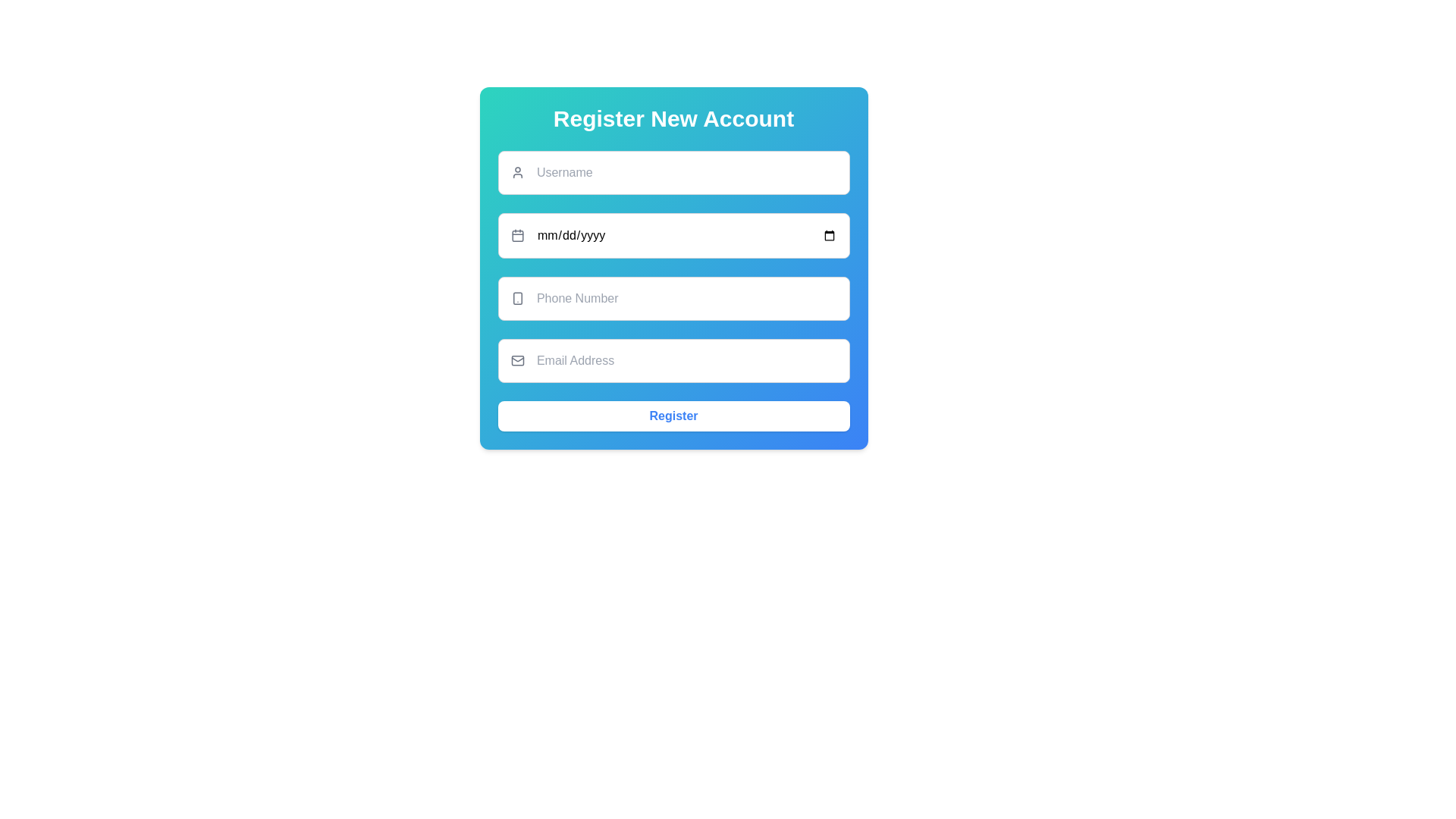 The height and width of the screenshot is (819, 1456). What do you see at coordinates (517, 360) in the screenshot?
I see `the email envelope icon located adjacent to the 'Email Address' text input field in the registration form` at bounding box center [517, 360].